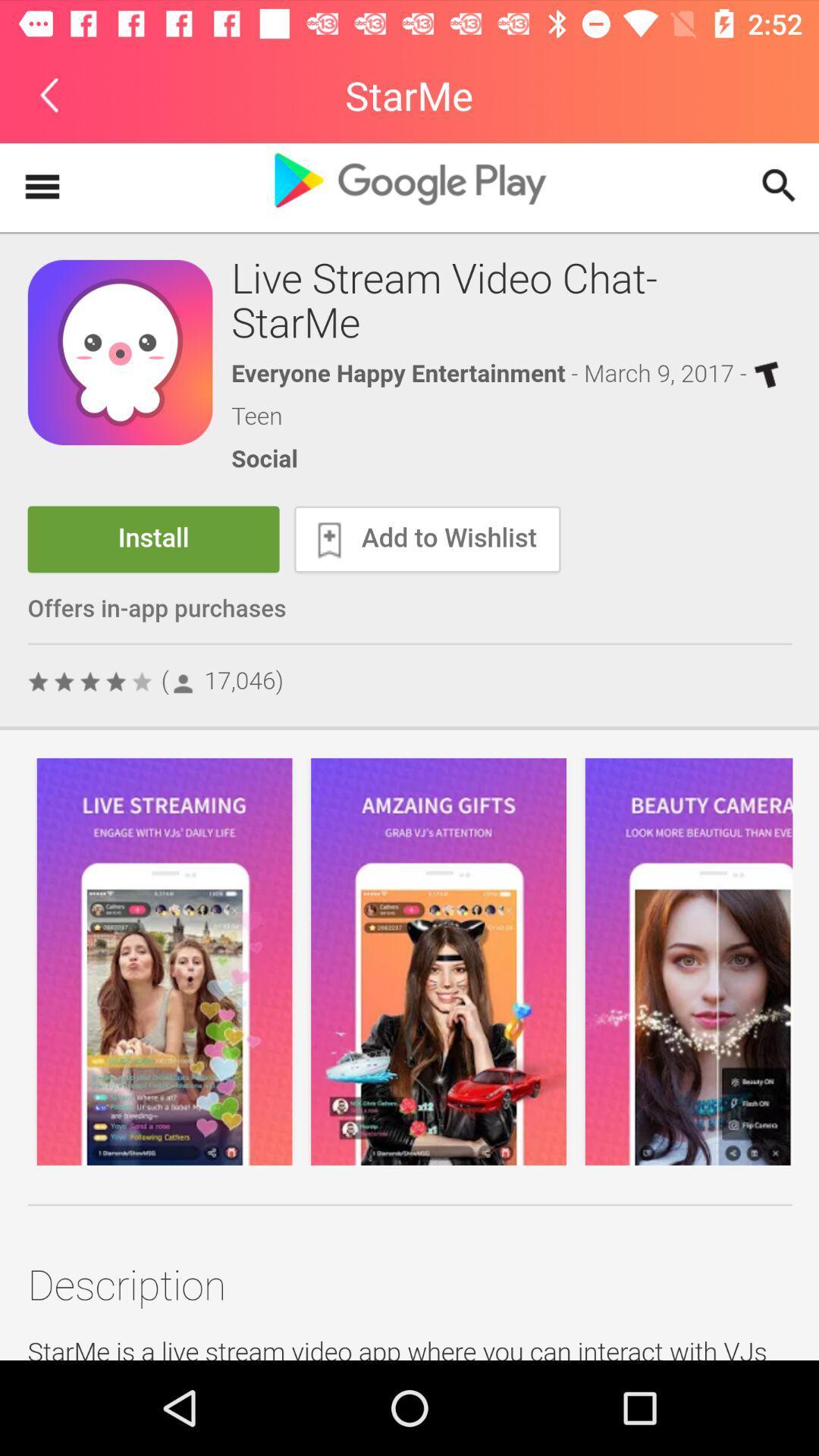  What do you see at coordinates (409, 752) in the screenshot?
I see `advertisement` at bounding box center [409, 752].